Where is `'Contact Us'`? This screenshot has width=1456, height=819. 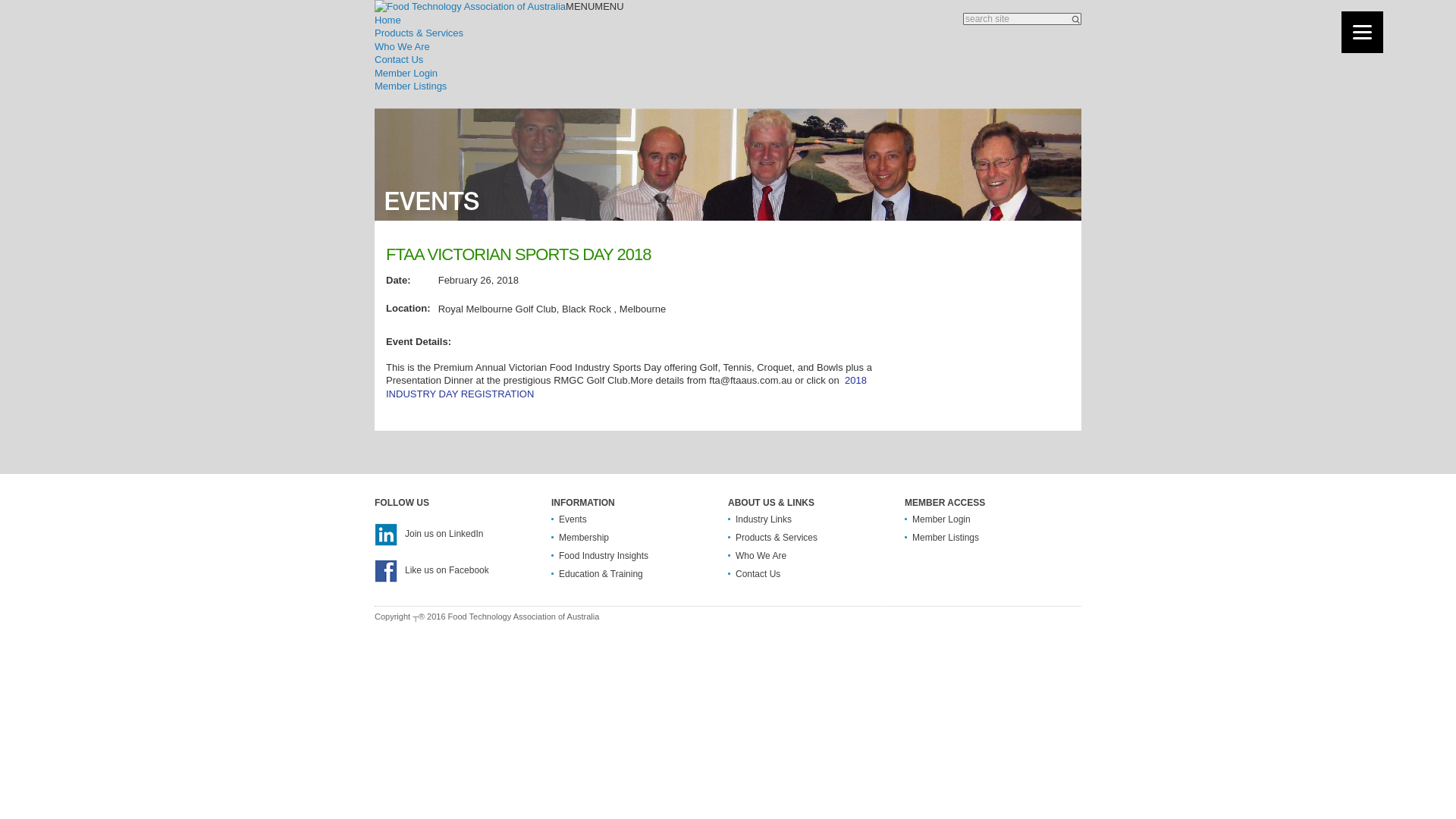
'Contact Us' is located at coordinates (758, 573).